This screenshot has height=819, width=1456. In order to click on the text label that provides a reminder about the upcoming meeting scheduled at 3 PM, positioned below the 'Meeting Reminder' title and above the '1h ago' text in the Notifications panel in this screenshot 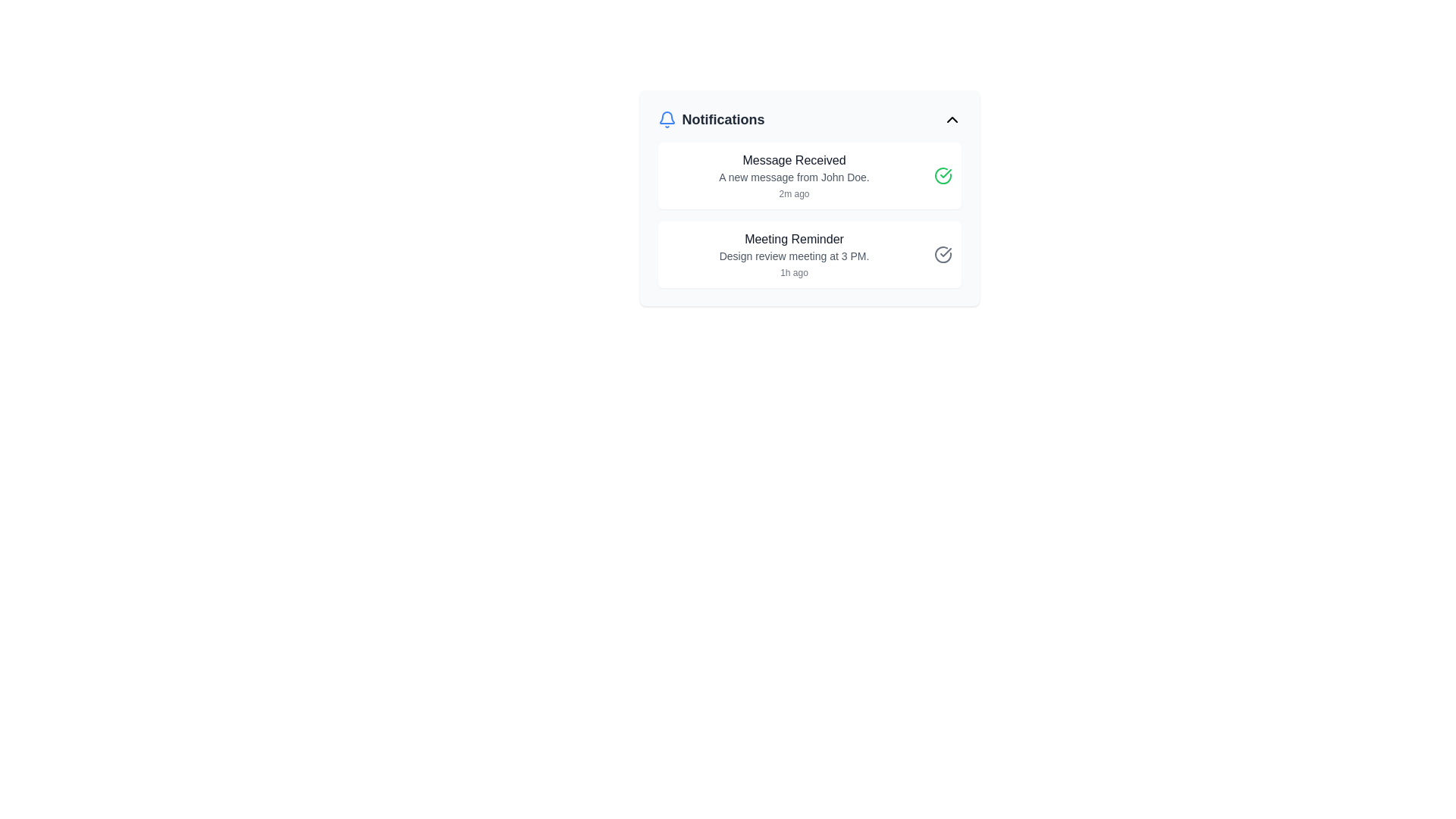, I will do `click(793, 256)`.